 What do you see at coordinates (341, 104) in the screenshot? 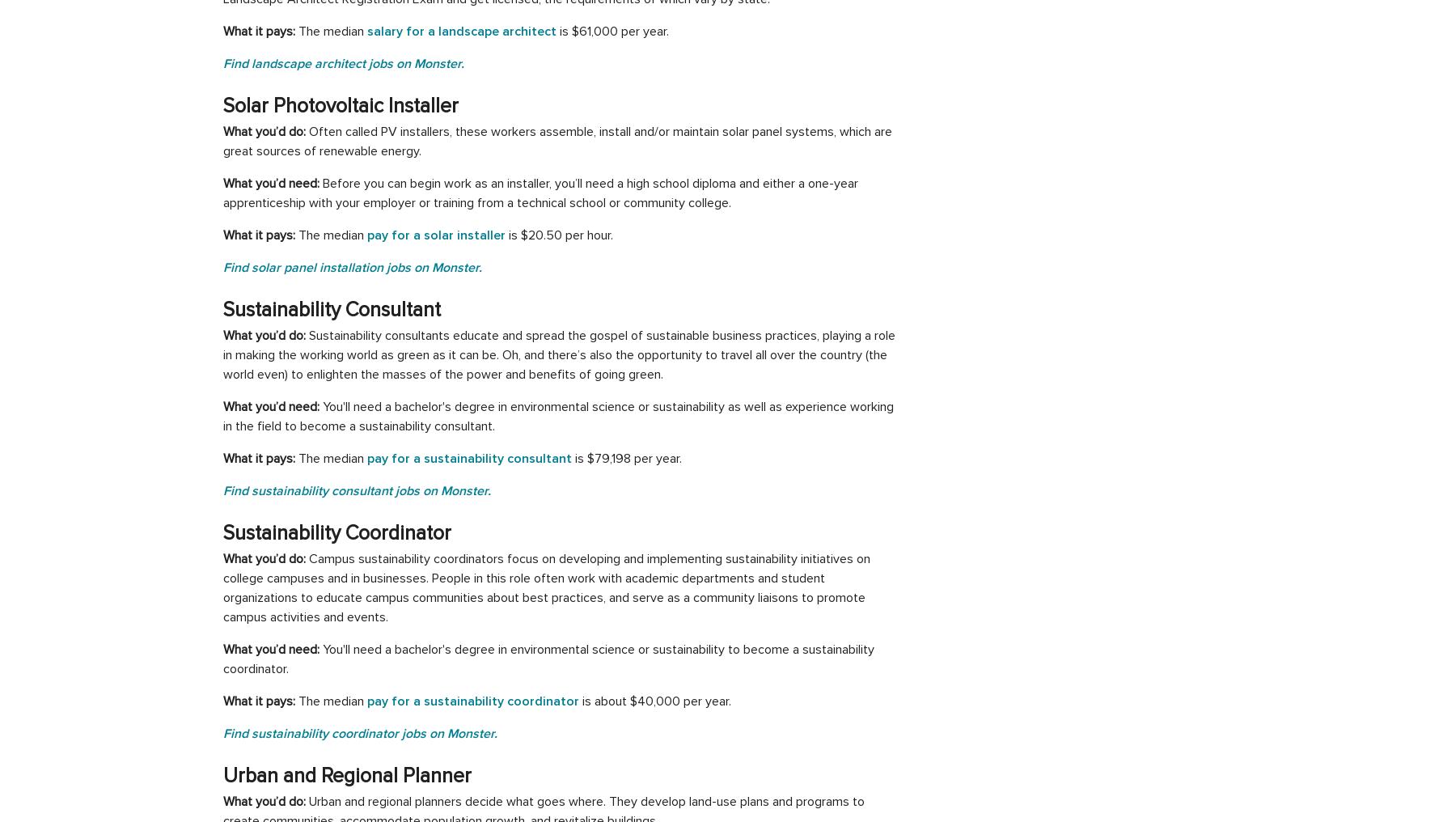
I see `'Solar Photovoltaic Installer'` at bounding box center [341, 104].